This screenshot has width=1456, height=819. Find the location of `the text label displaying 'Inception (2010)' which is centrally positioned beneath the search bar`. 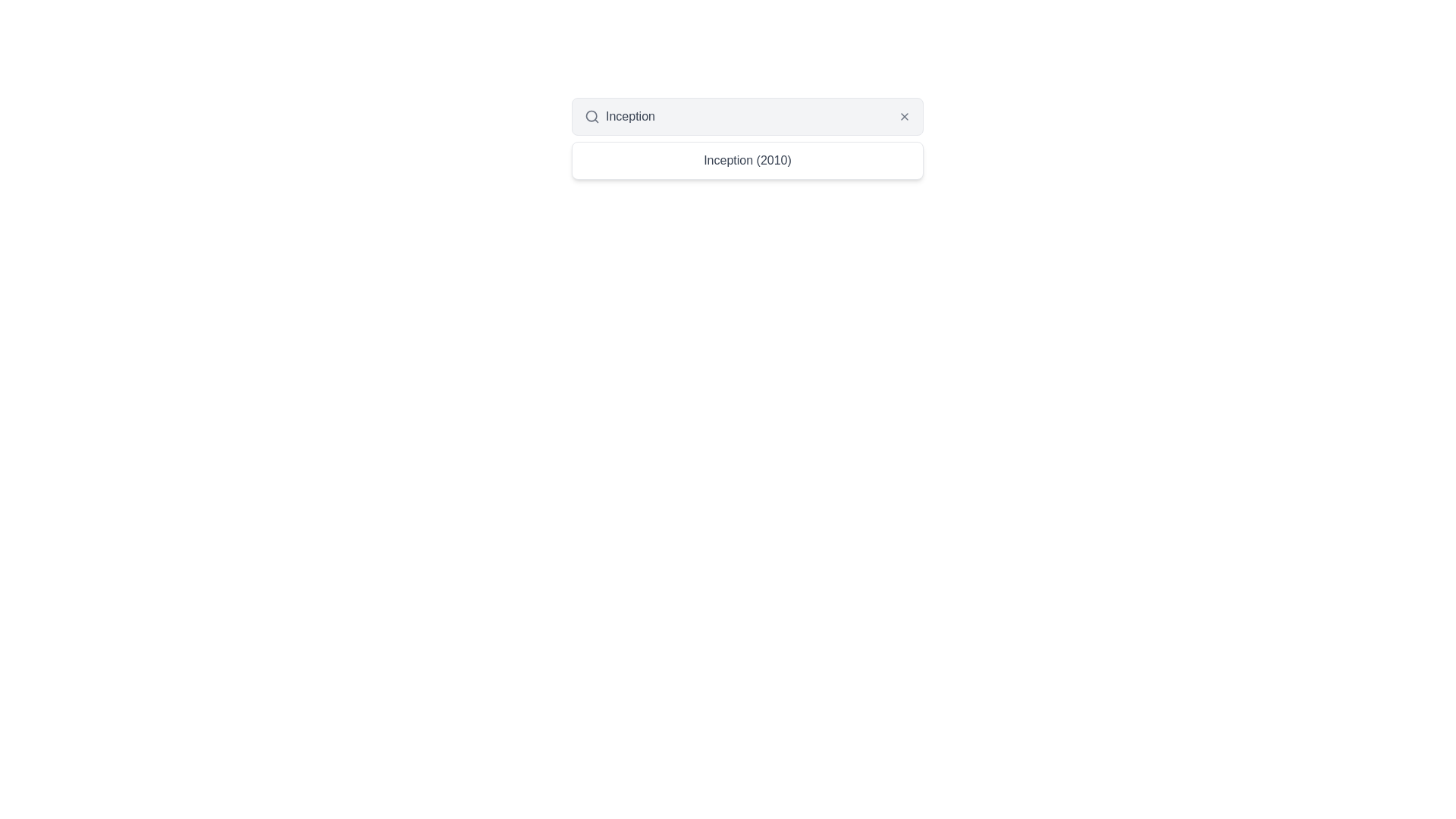

the text label displaying 'Inception (2010)' which is centrally positioned beneath the search bar is located at coordinates (747, 161).